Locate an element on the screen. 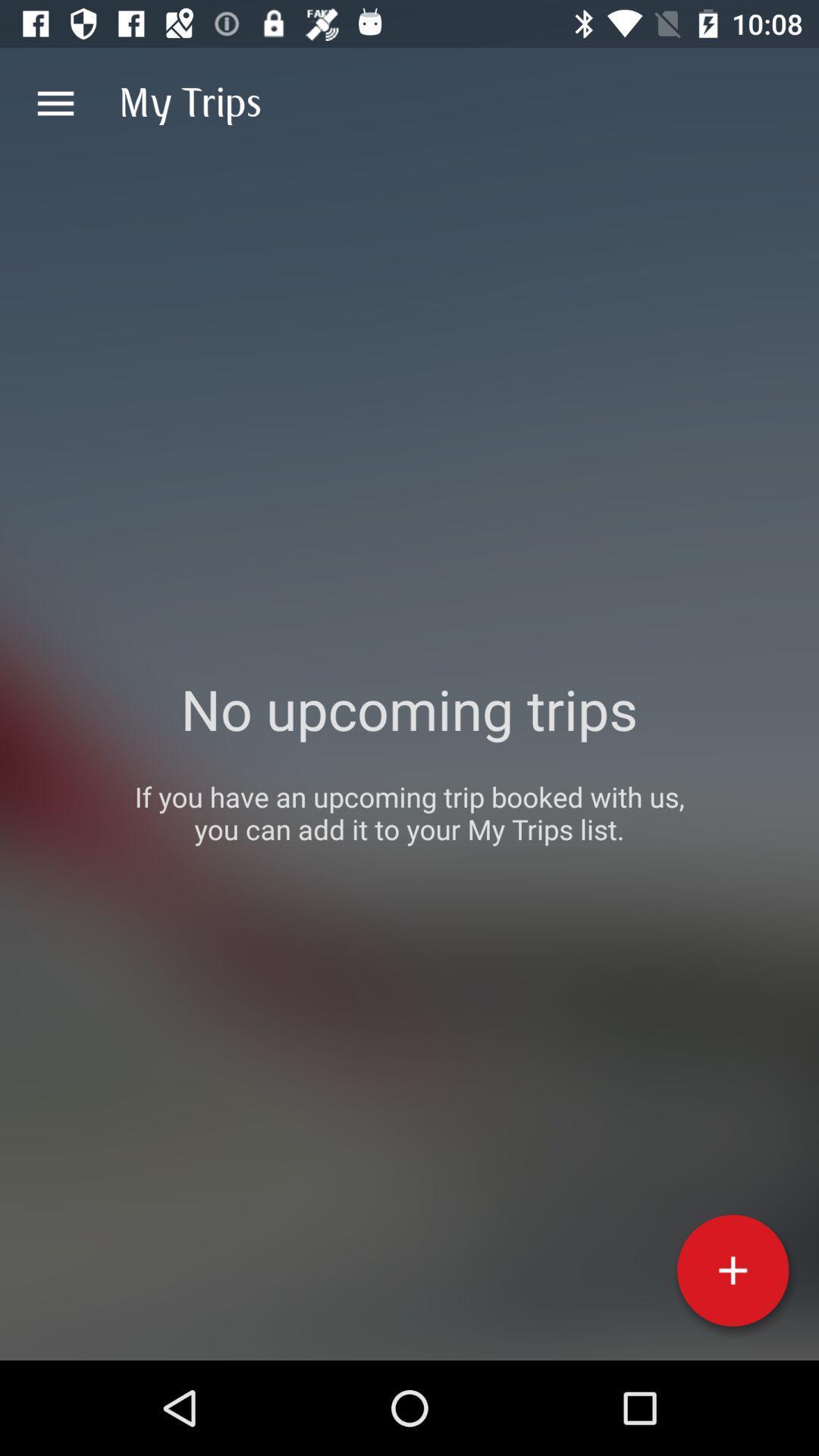 This screenshot has height=1456, width=819. icon below the if you have is located at coordinates (732, 1270).